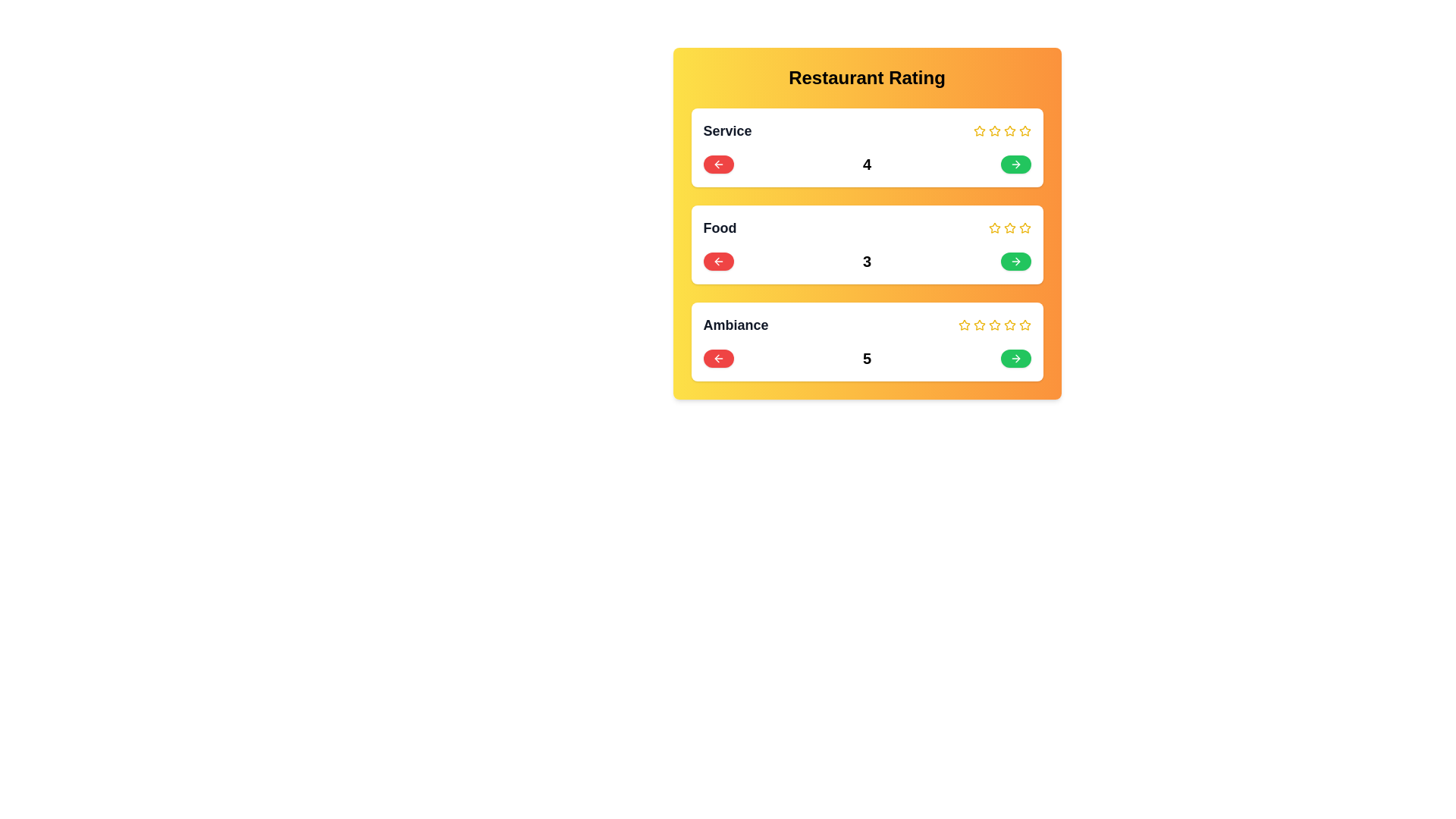 The height and width of the screenshot is (819, 1456). I want to click on the centrally positioned Text Label that displays the current numeric value associated with the 'Service' rating, located in the first row of the layout, so click(867, 164).